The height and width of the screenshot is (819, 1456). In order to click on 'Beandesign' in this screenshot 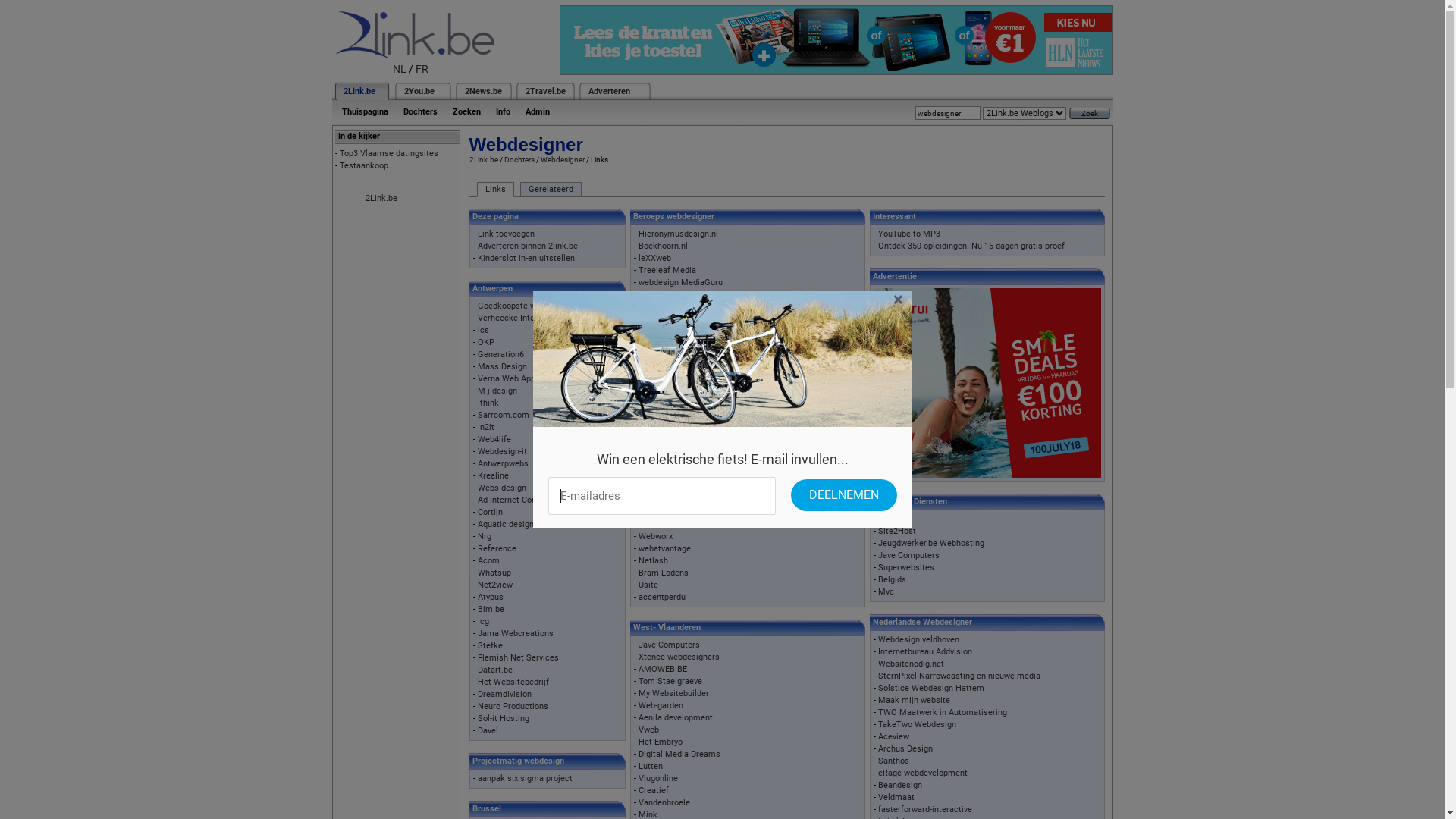, I will do `click(877, 785)`.